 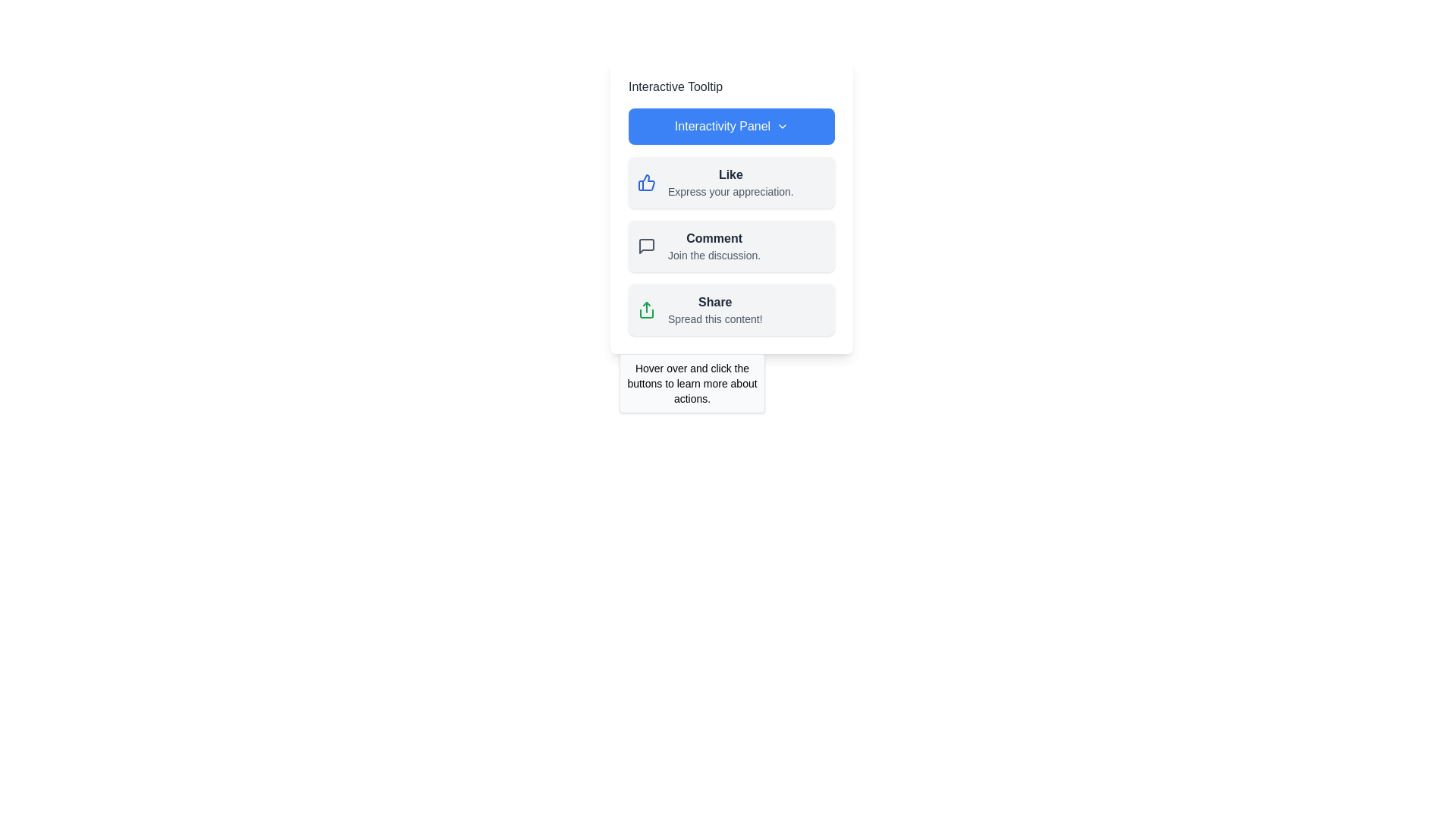 I want to click on the downward arrow icon on the right side of the blue button labeled 'Interactivity Panel', so click(x=783, y=125).